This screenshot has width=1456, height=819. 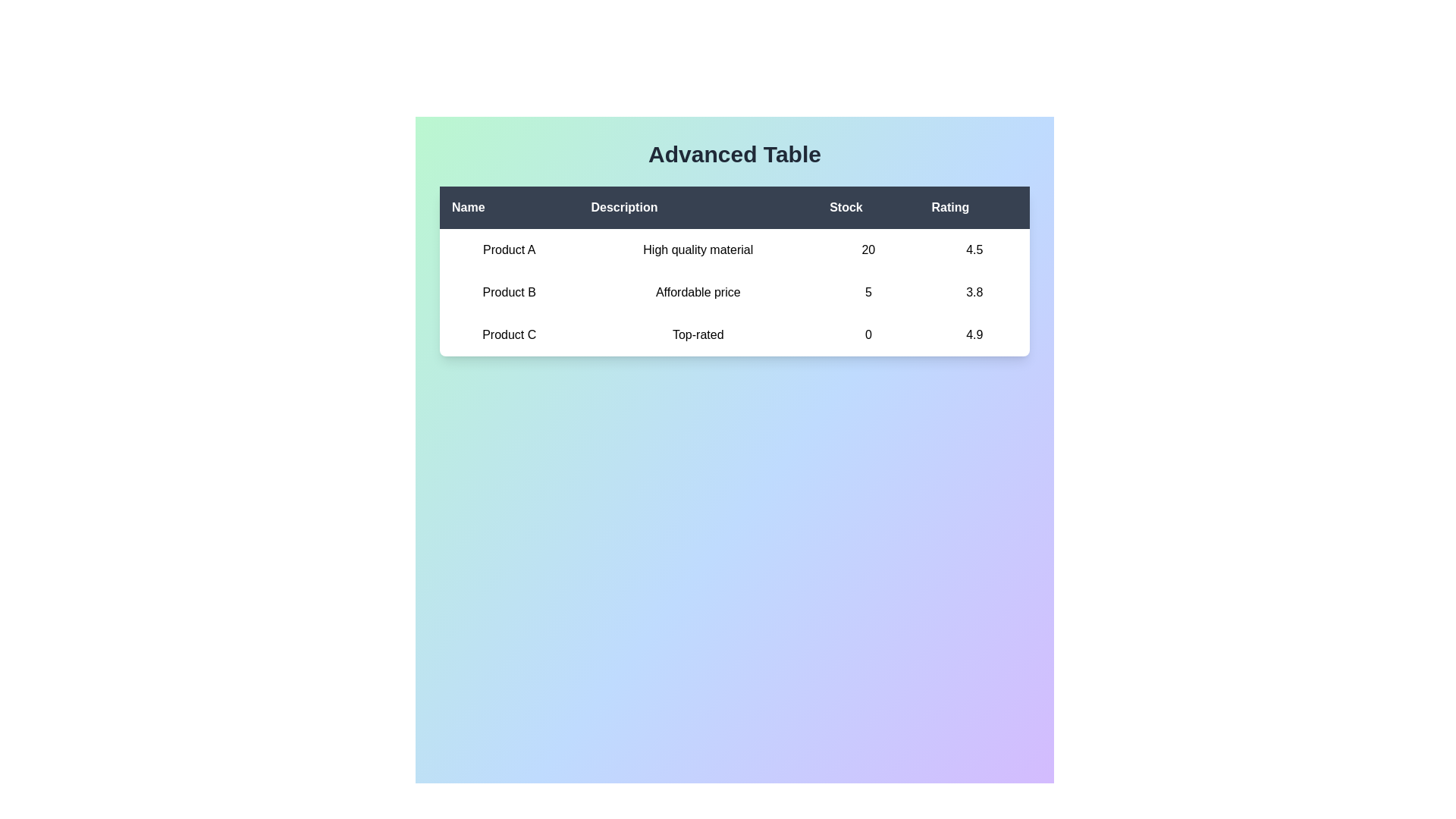 I want to click on the second row, so click(x=735, y=292).